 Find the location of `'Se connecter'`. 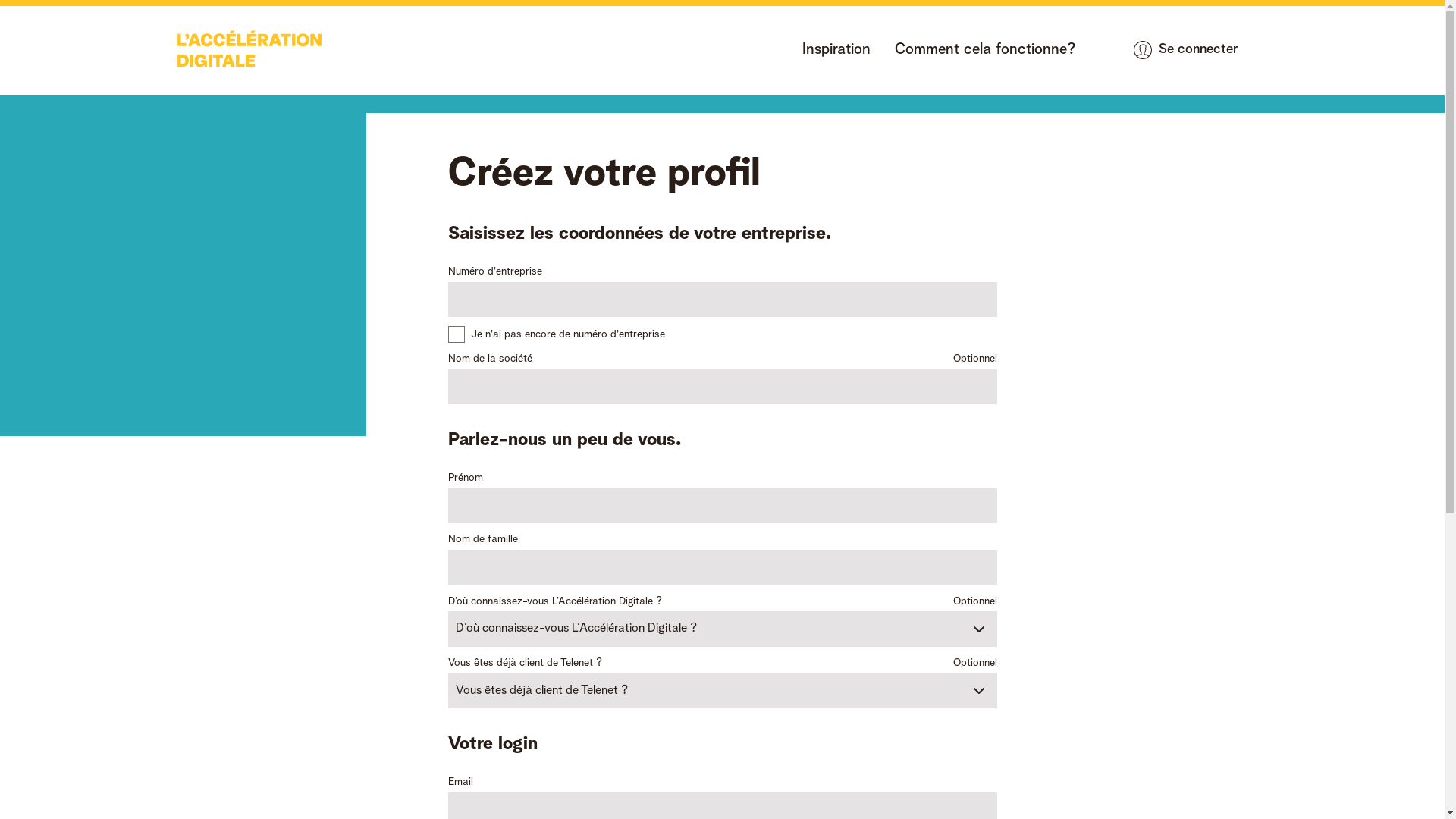

'Se connecter' is located at coordinates (1099, 49).